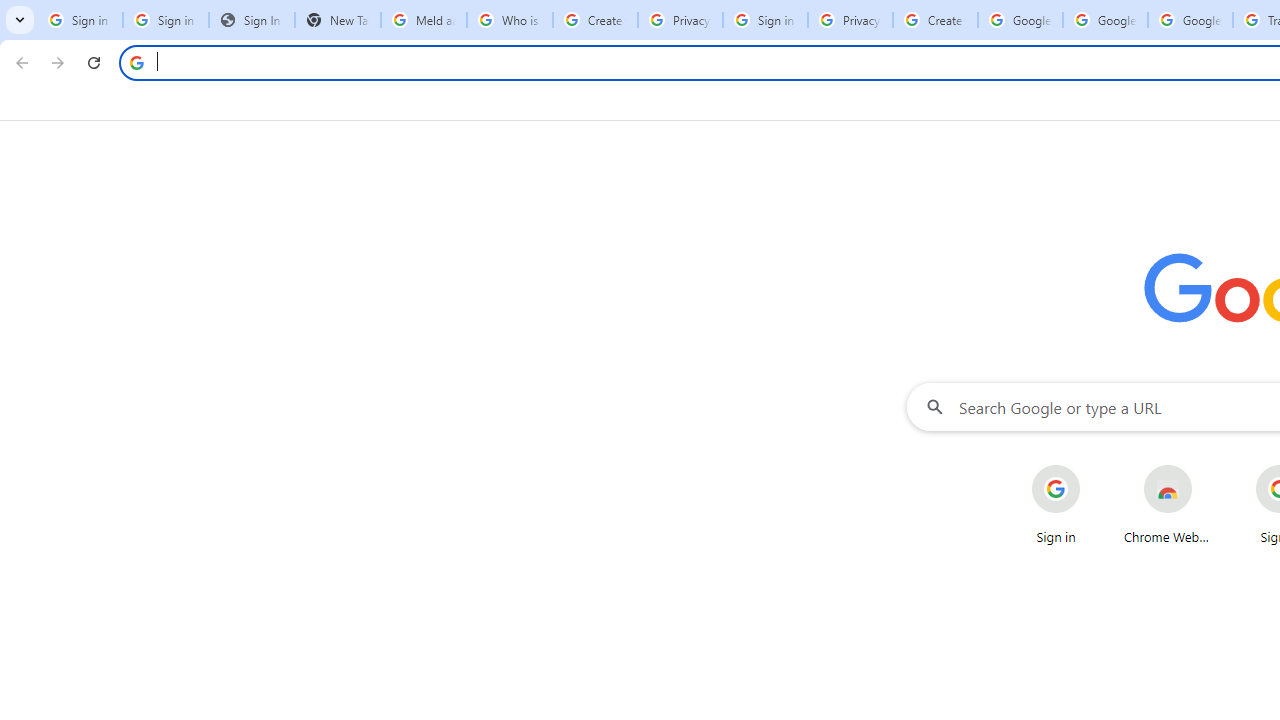 This screenshot has width=1280, height=720. I want to click on 'Forward', so click(58, 61).